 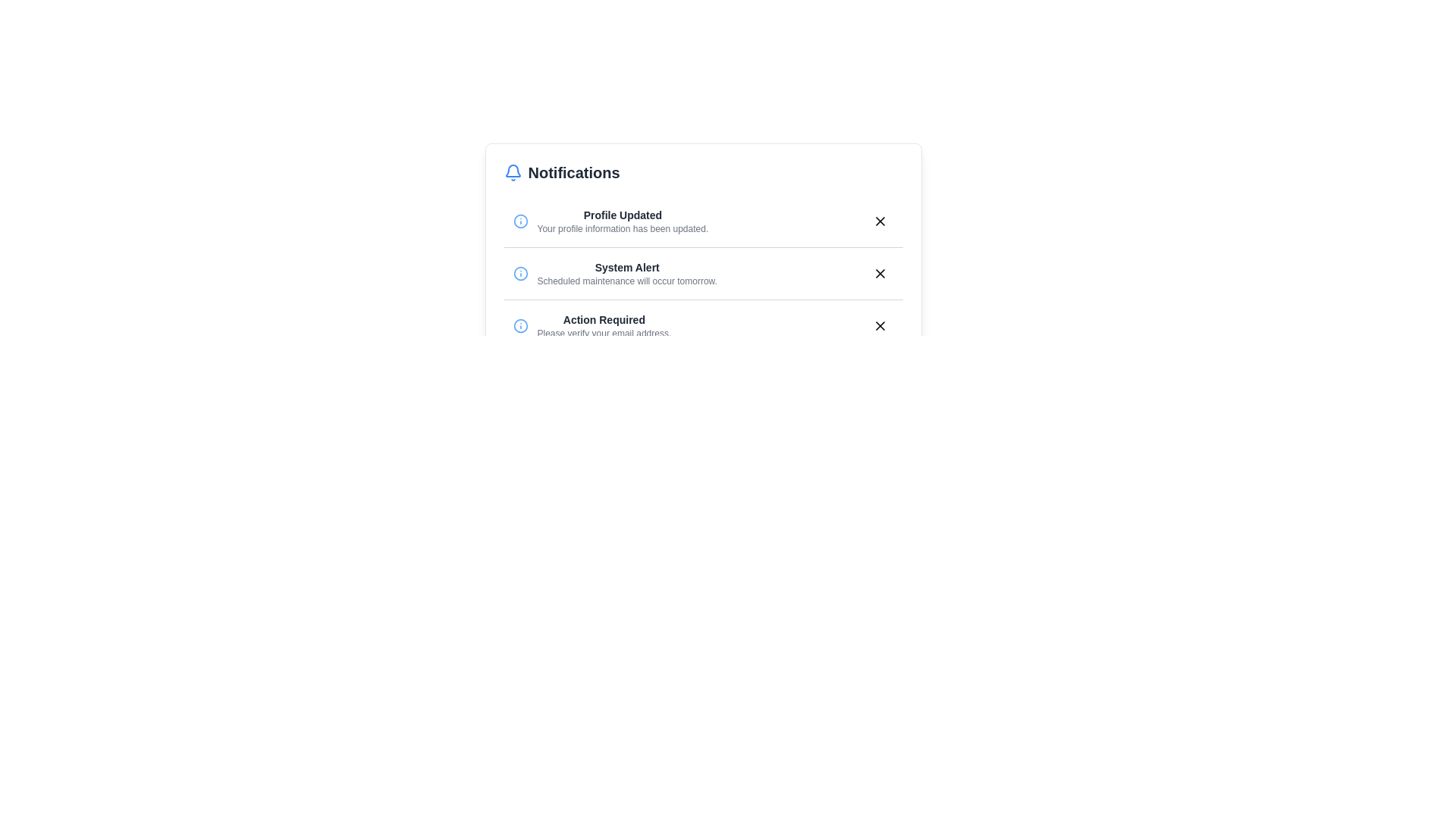 I want to click on the third notification item in the Notifications list, so click(x=702, y=325).